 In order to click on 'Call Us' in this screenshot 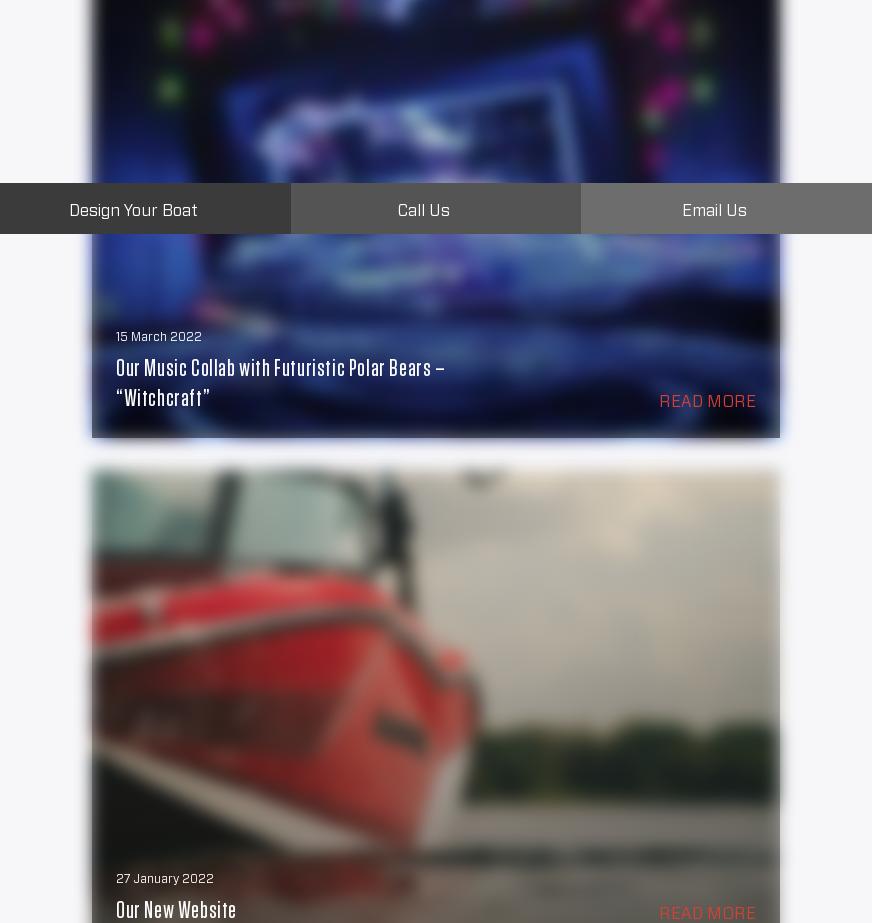, I will do `click(423, 210)`.